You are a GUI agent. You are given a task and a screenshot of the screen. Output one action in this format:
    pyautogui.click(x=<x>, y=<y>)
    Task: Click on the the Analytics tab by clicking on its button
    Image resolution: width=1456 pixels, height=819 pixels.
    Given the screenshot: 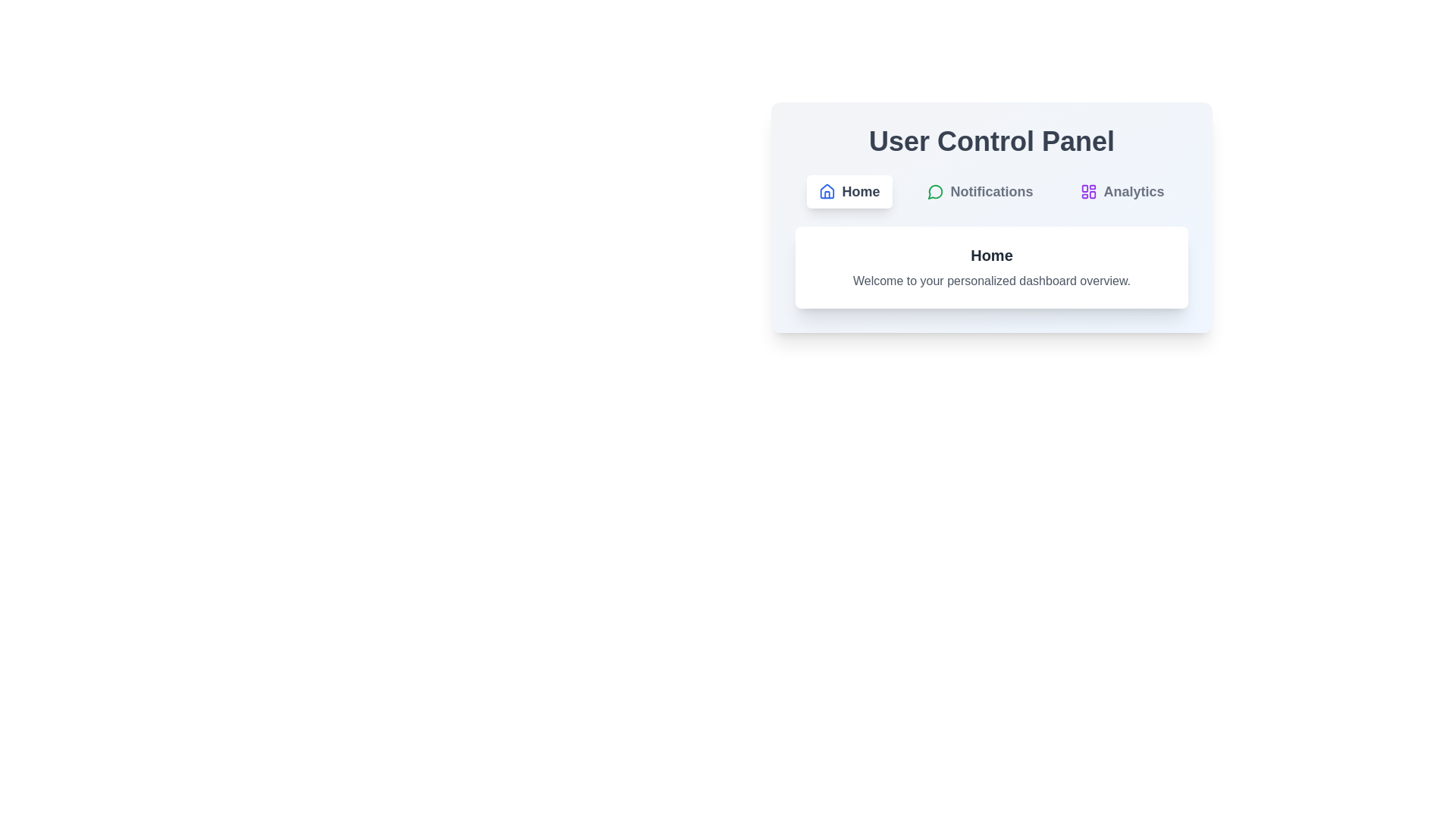 What is the action you would take?
    pyautogui.click(x=1122, y=191)
    